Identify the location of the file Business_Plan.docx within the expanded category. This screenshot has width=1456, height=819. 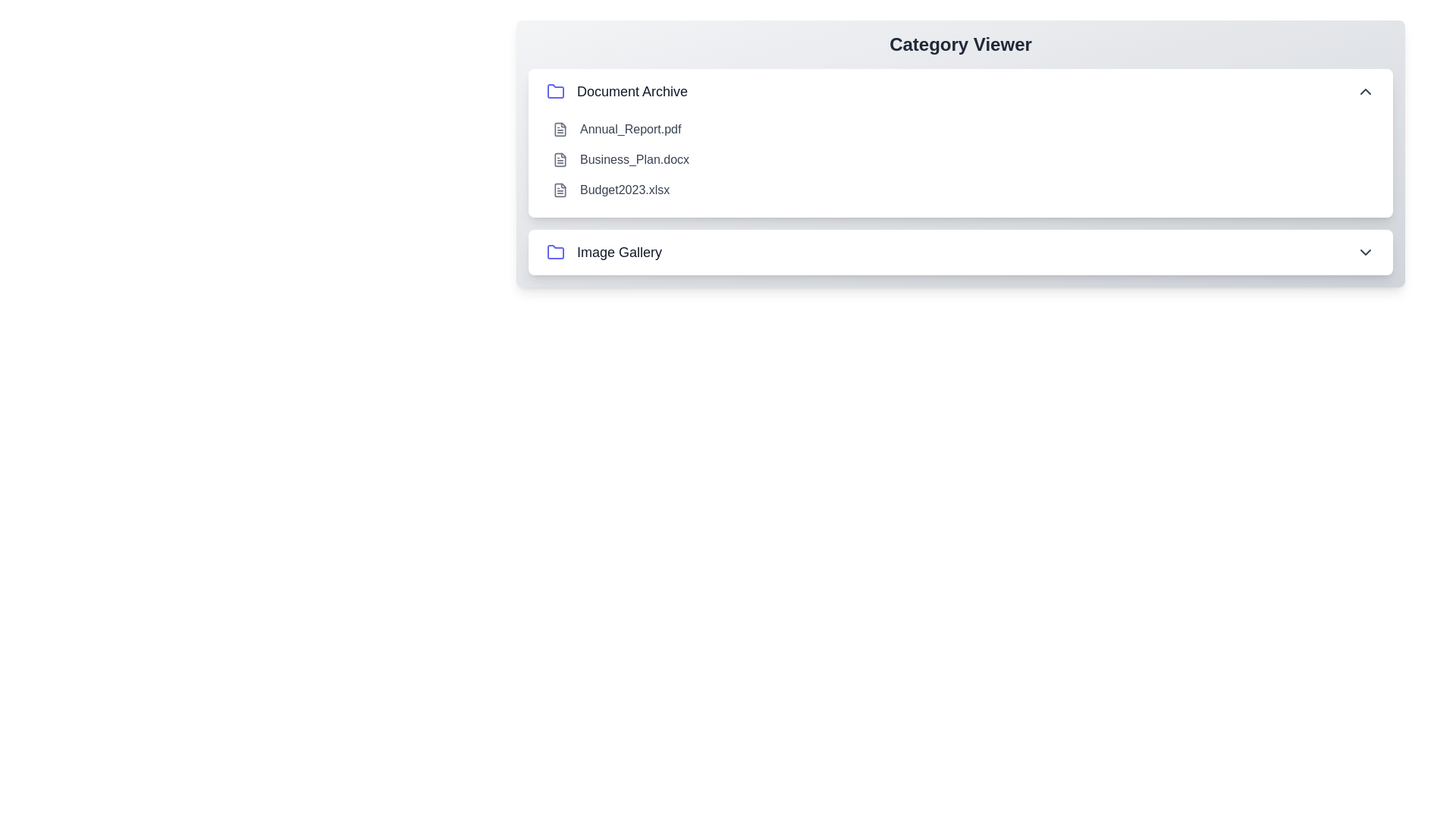
(560, 160).